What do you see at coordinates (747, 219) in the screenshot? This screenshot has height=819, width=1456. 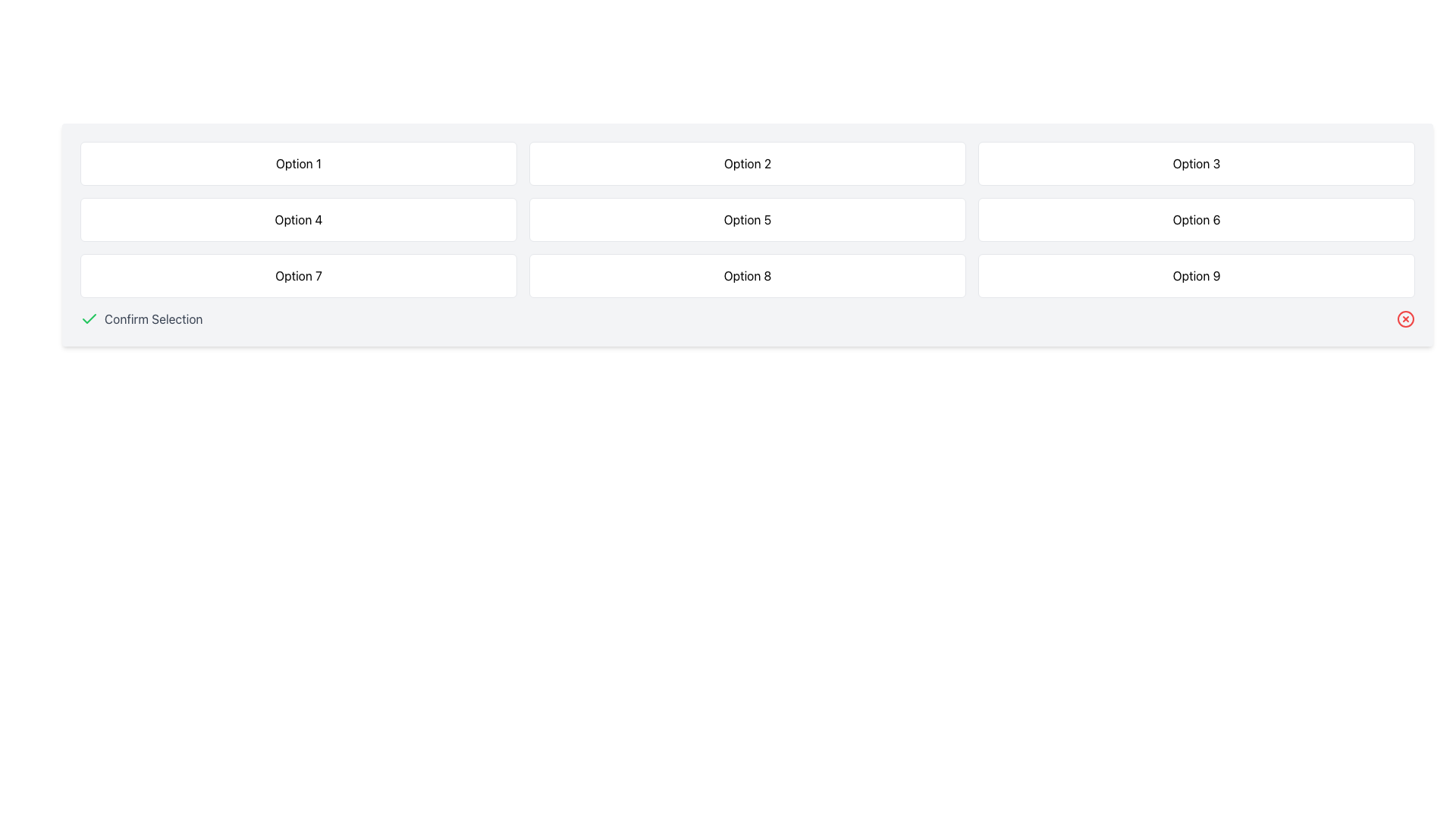 I see `the 'Option 5' button, which is a rectangular box with rounded corners and a white background` at bounding box center [747, 219].